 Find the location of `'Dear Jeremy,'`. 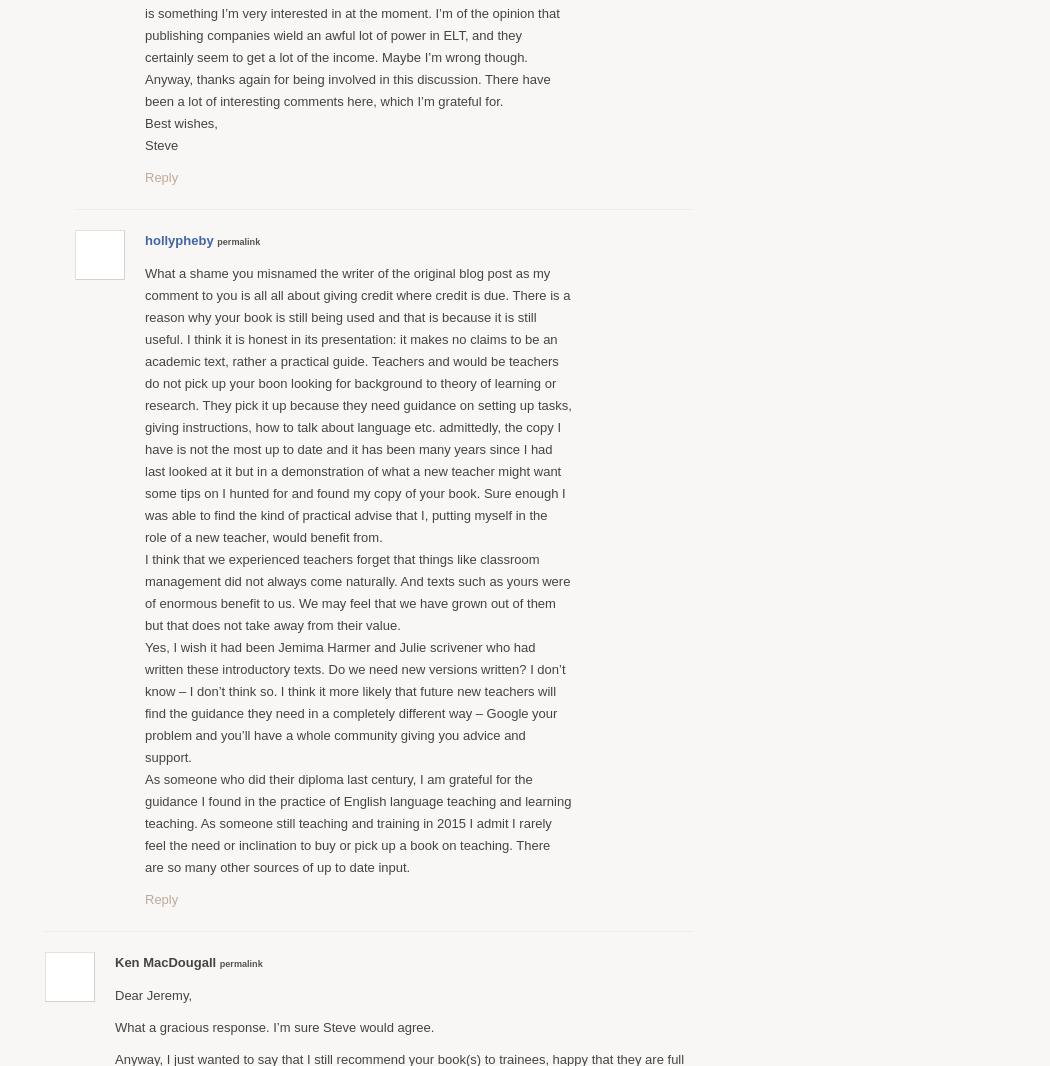

'Dear Jeremy,' is located at coordinates (113, 994).